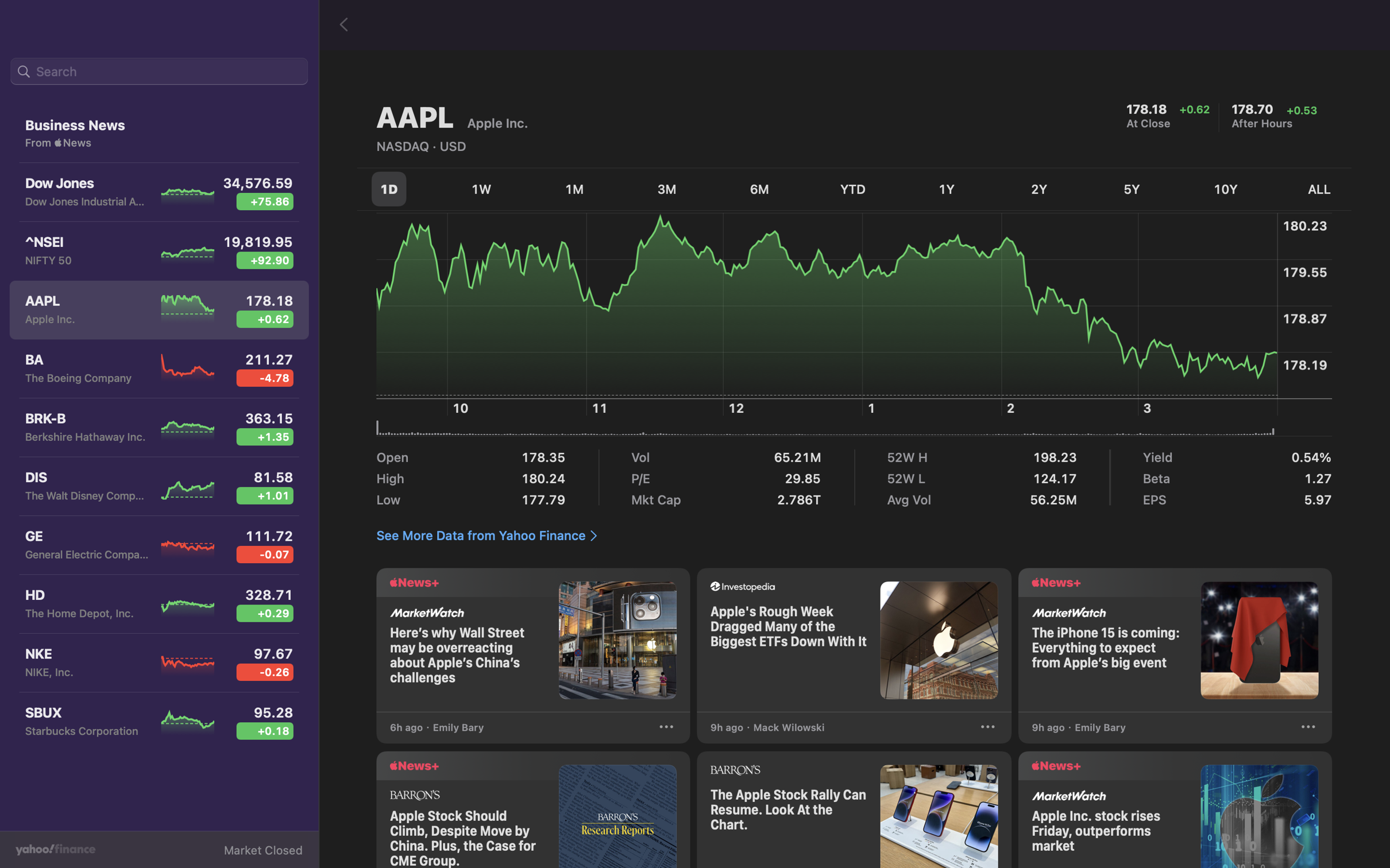  What do you see at coordinates (739, 331) in the screenshot?
I see `Check the stock fluctuations at 12 pm` at bounding box center [739, 331].